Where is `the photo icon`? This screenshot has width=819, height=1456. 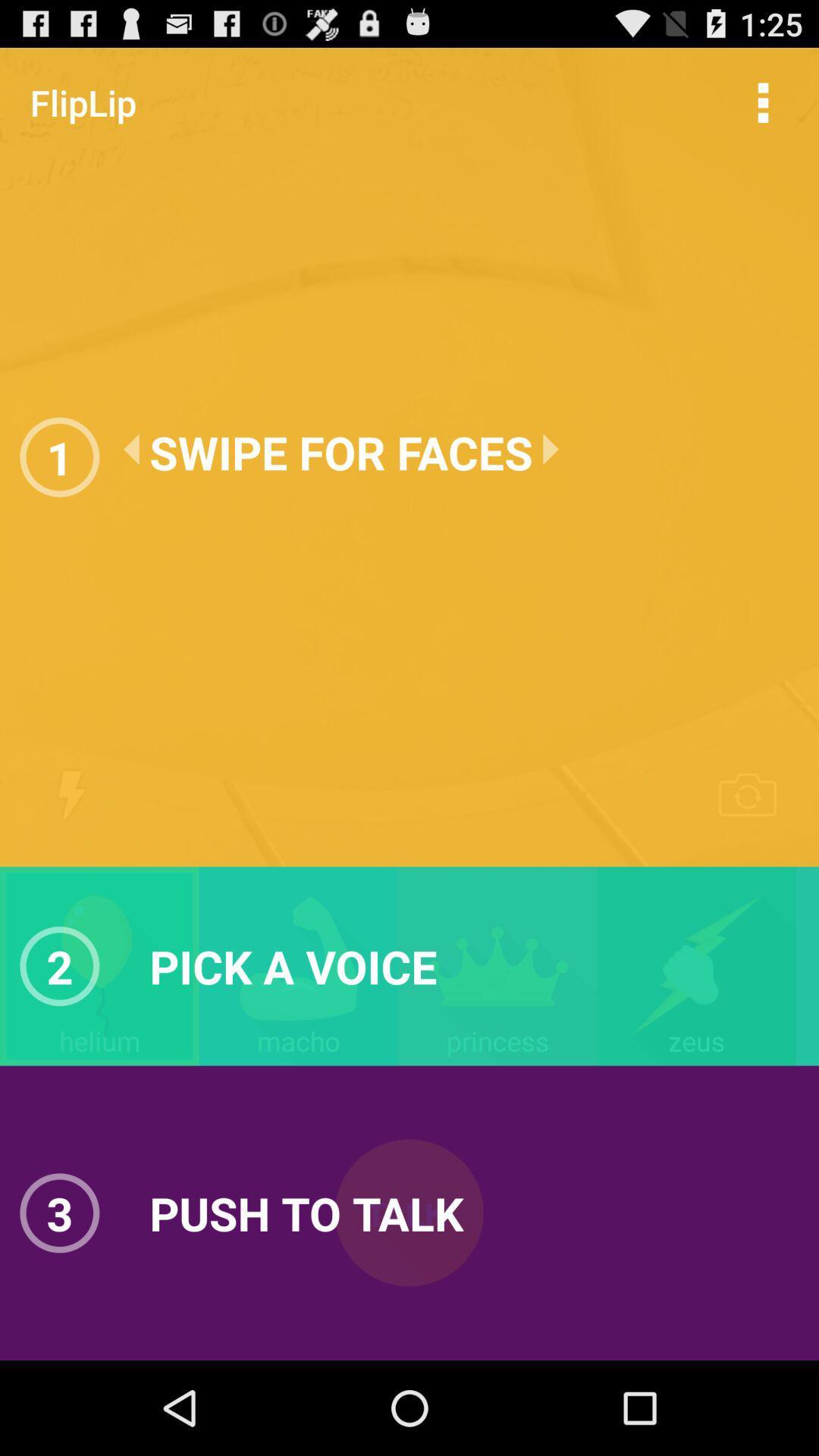
the photo icon is located at coordinates (746, 851).